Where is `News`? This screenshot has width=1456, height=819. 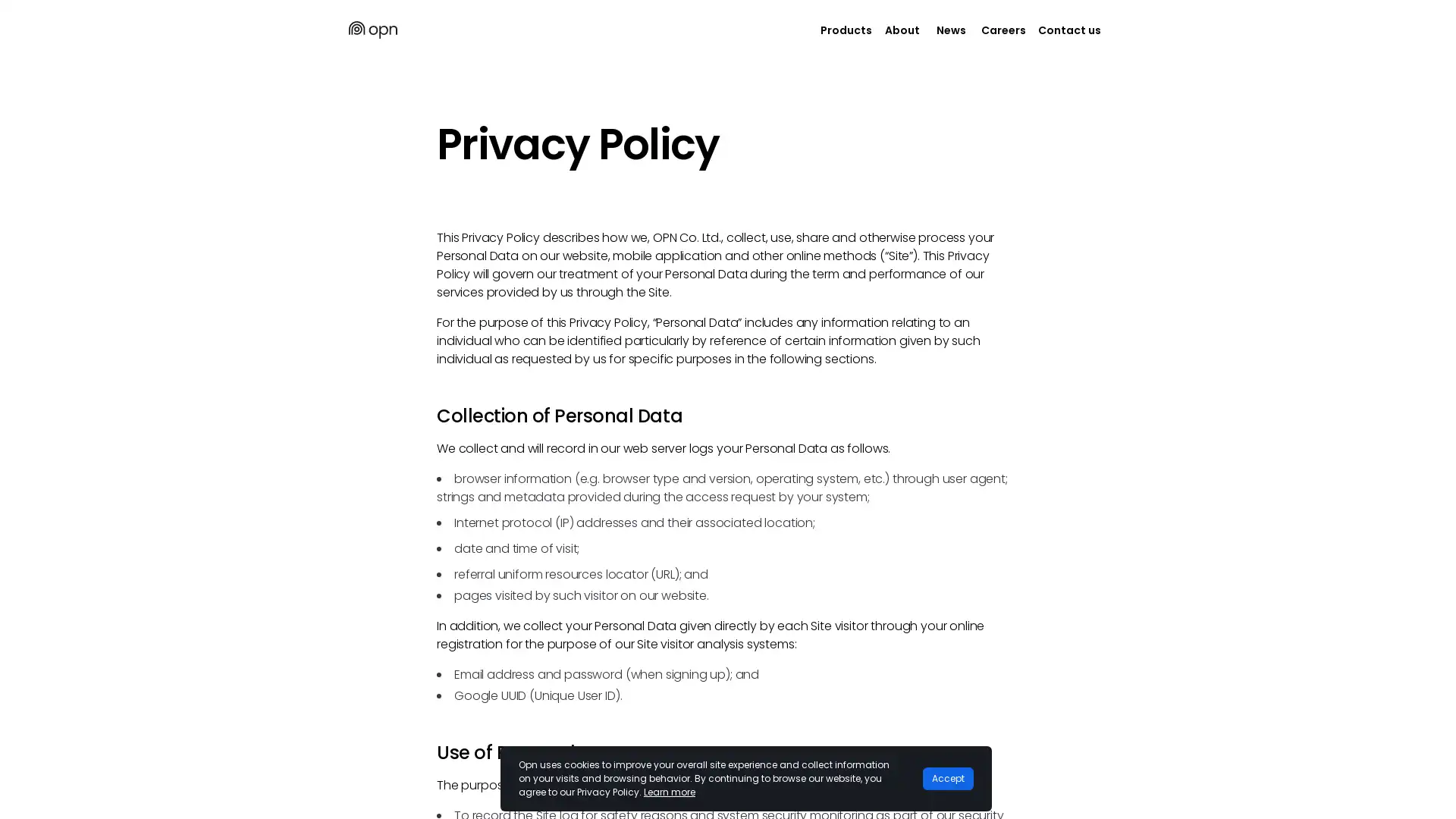 News is located at coordinates (949, 30).